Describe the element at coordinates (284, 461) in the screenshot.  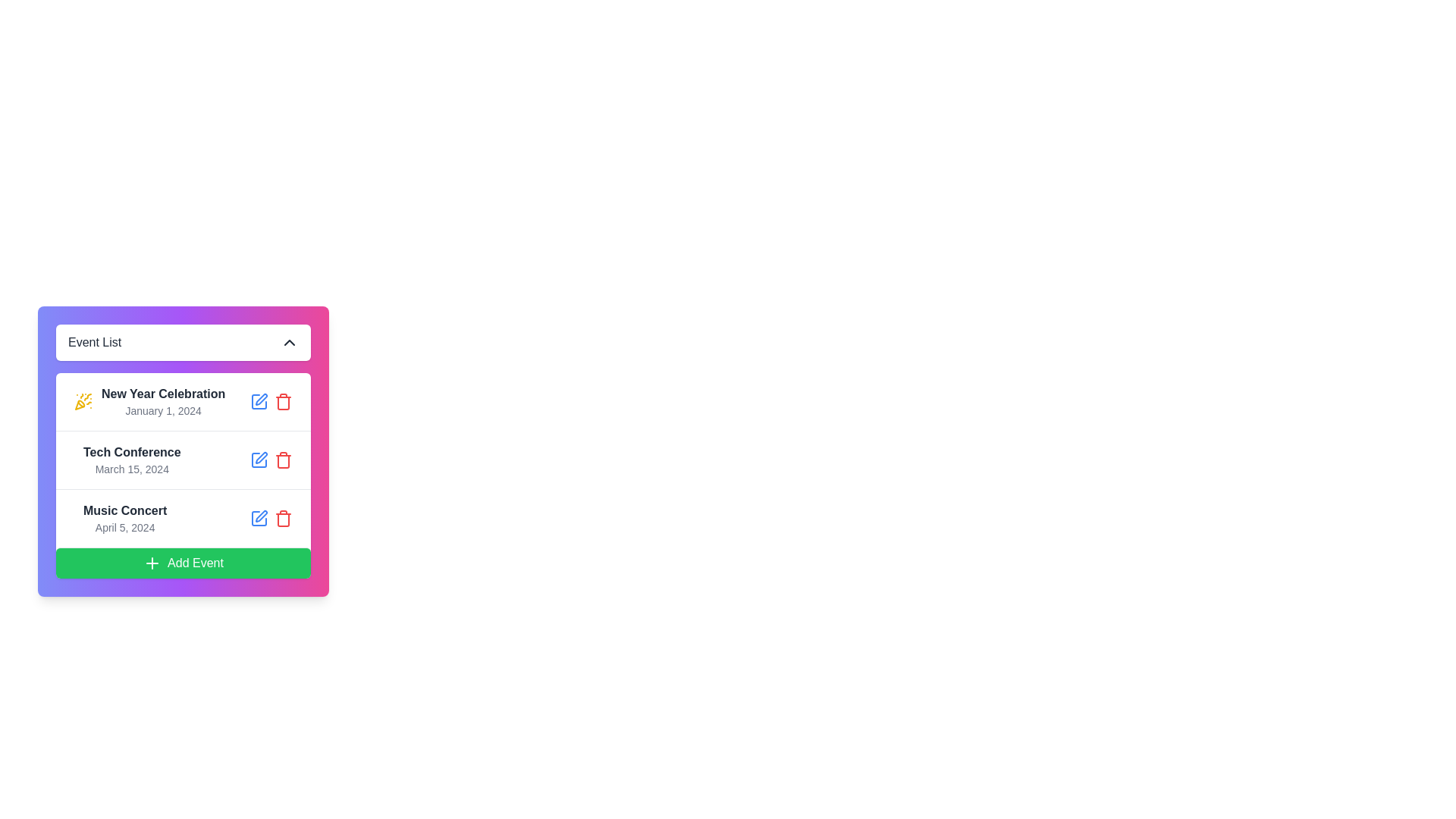
I see `the delete icon button` at that location.